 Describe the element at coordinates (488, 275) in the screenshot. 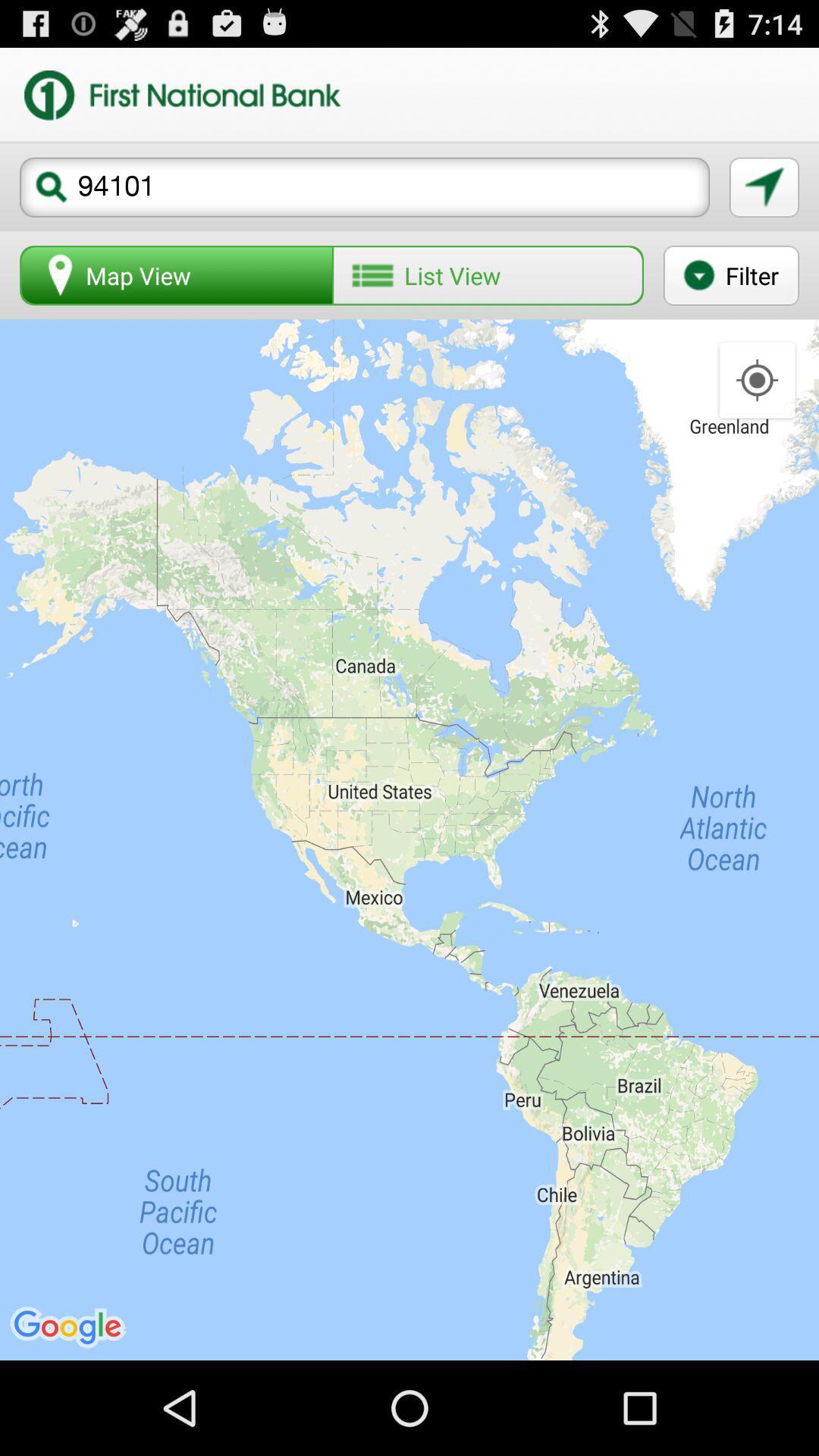

I see `button to the right of map view button` at that location.